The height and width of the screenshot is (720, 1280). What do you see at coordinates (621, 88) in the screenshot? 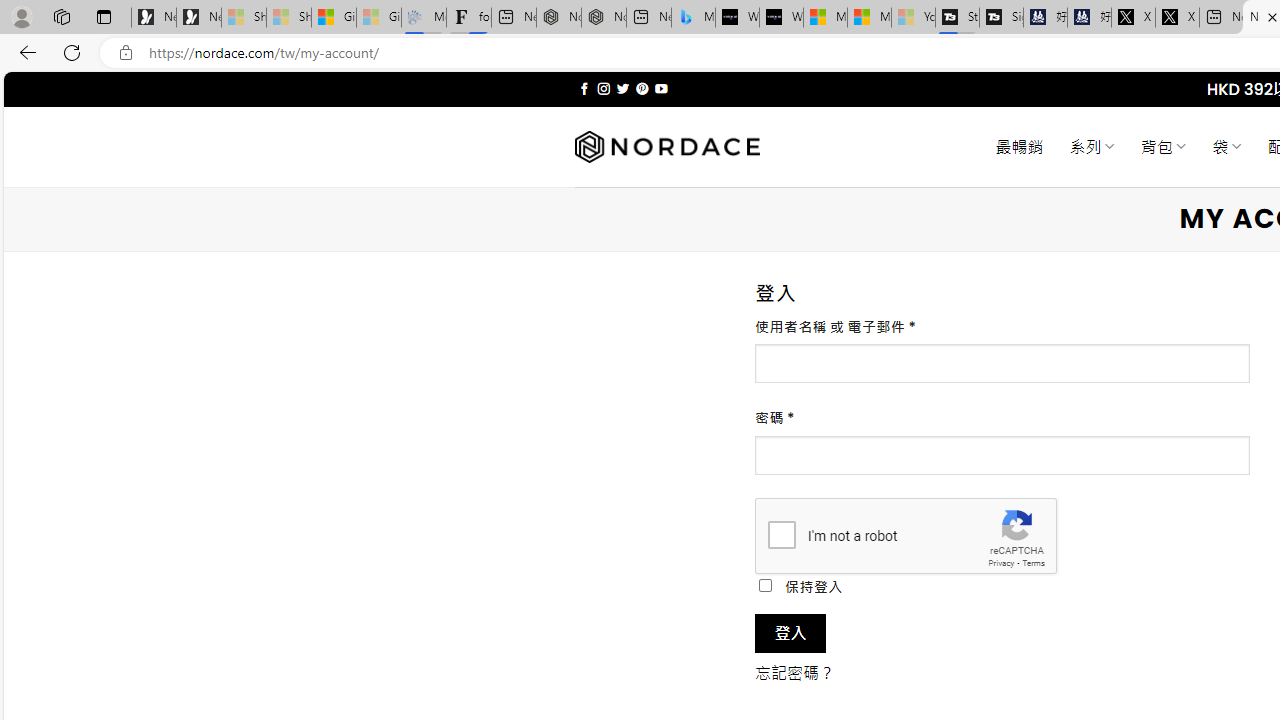
I see `'Follow on Twitter'` at bounding box center [621, 88].